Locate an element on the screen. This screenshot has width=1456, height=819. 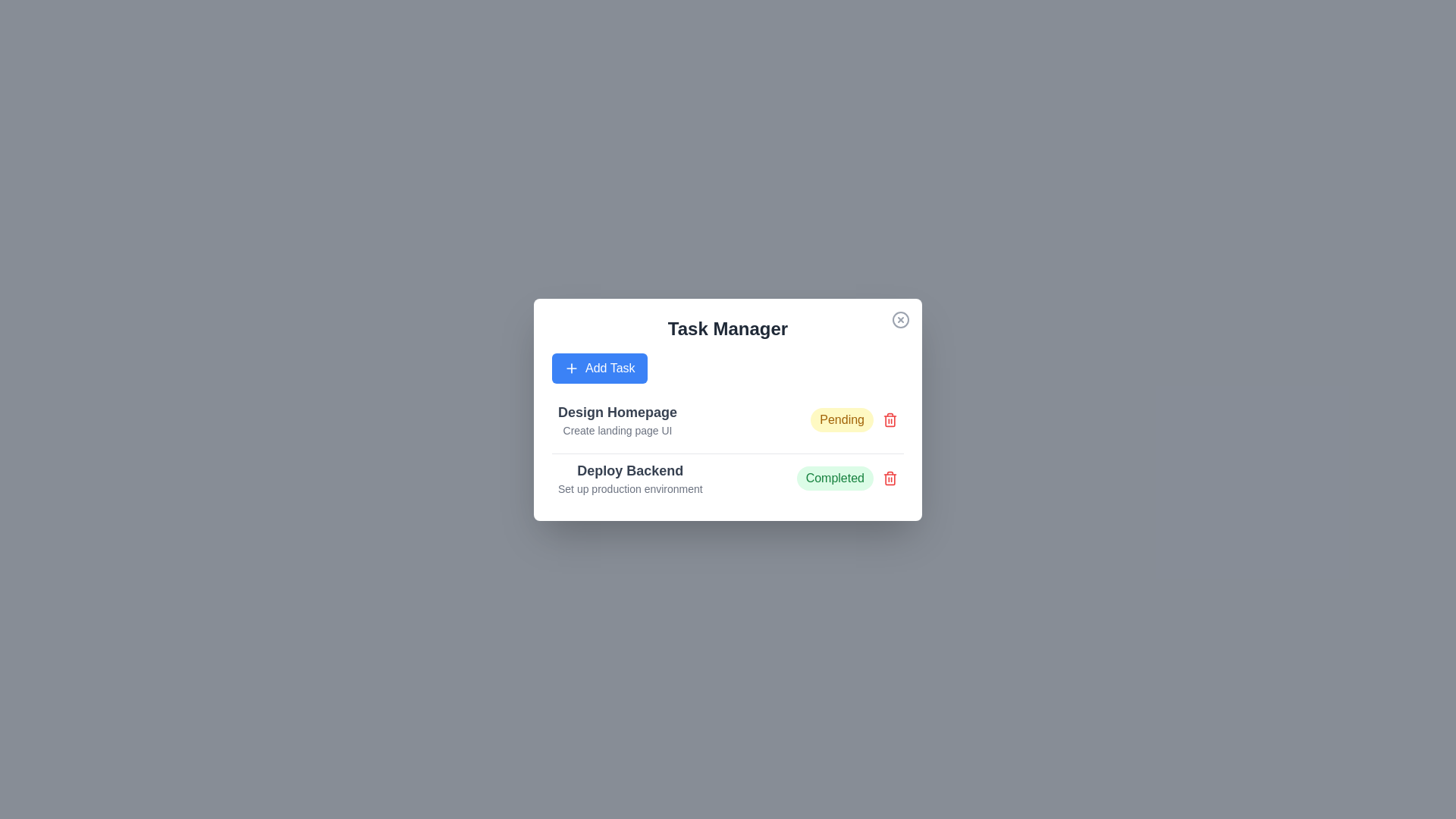
the button located beneath the title 'Task Manager' in the top-left part of the card window is located at coordinates (598, 368).